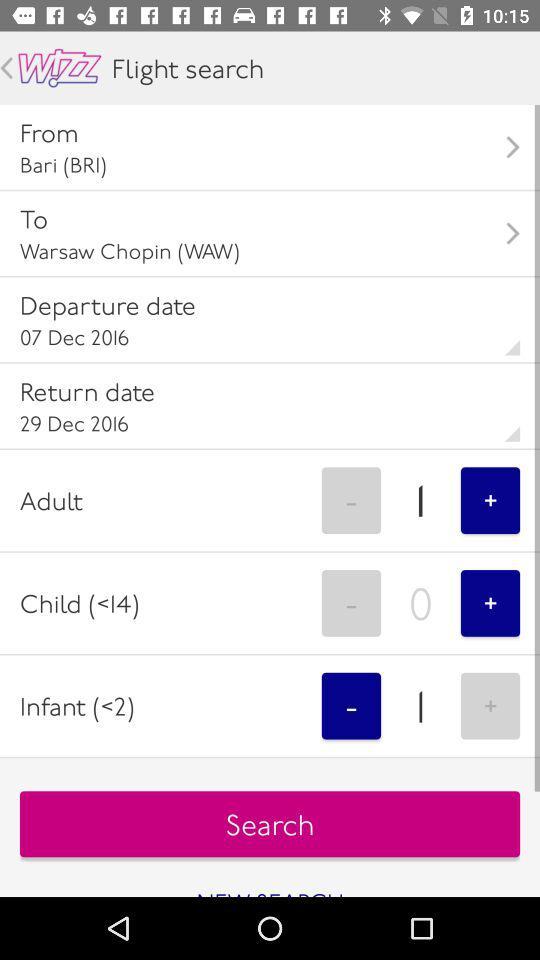  I want to click on icon to the left of the 1, so click(350, 706).